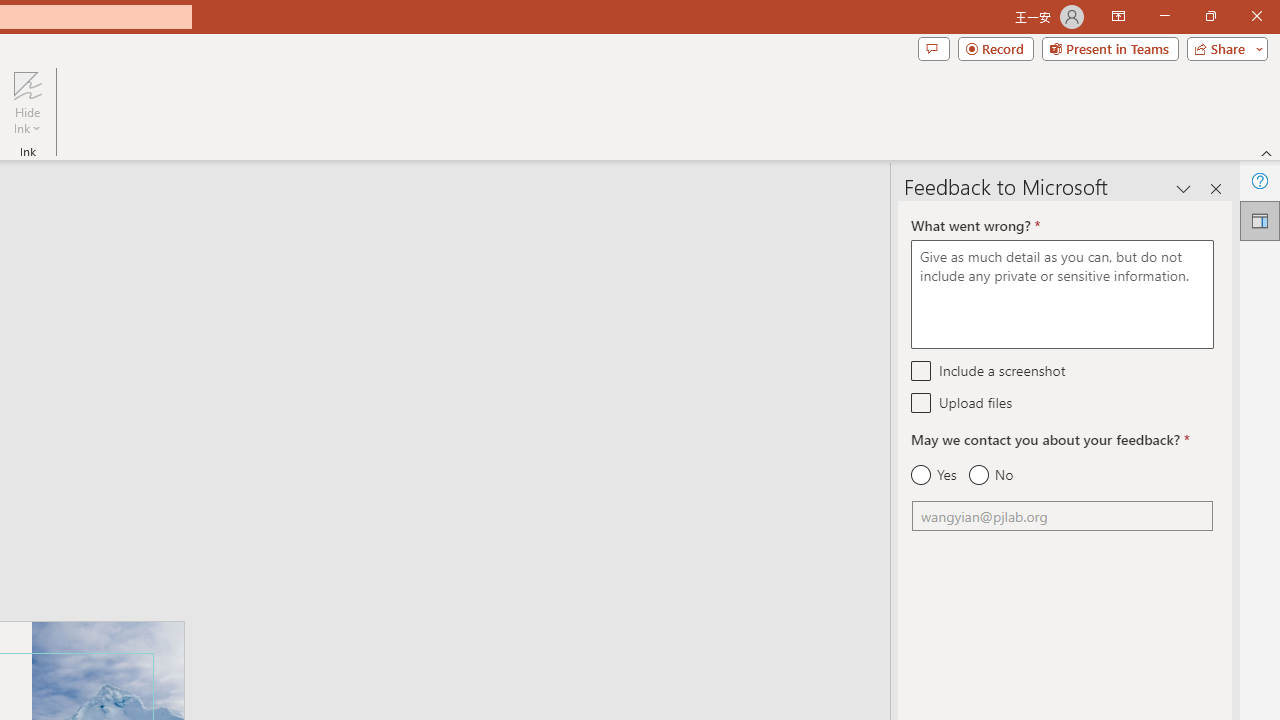  What do you see at coordinates (27, 103) in the screenshot?
I see `'Hide Ink'` at bounding box center [27, 103].